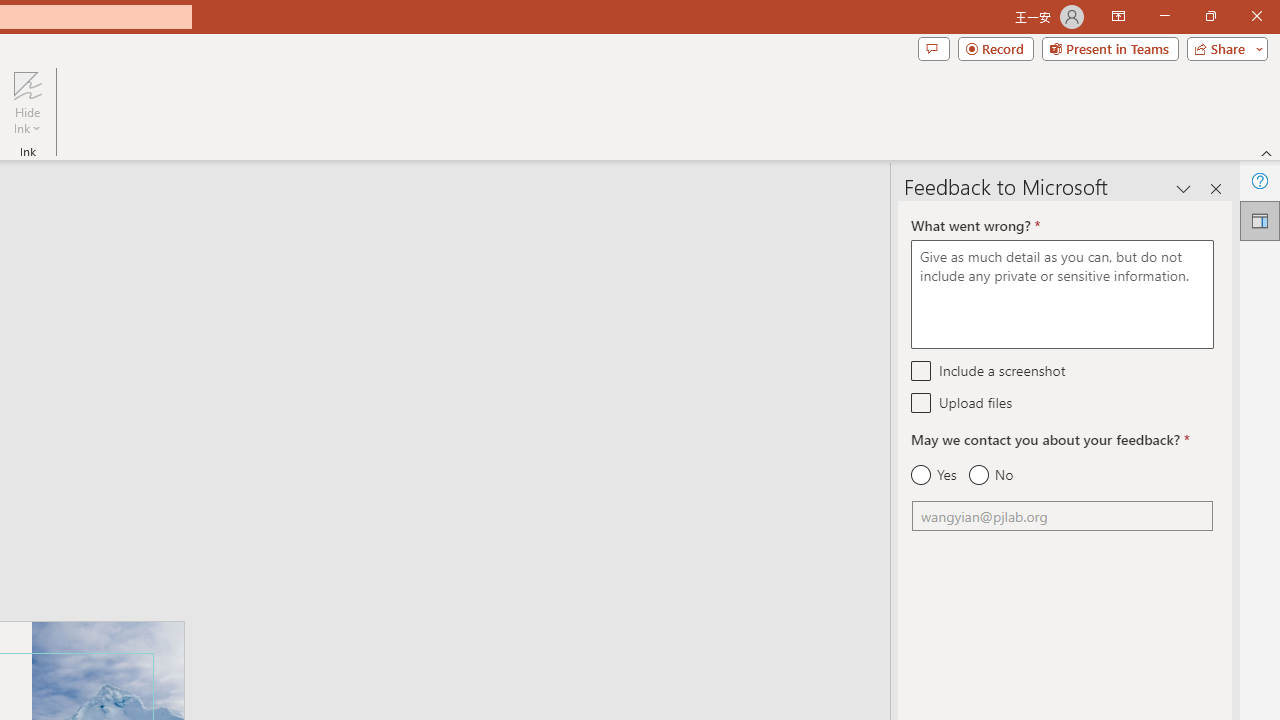  What do you see at coordinates (27, 103) in the screenshot?
I see `'Hide Ink'` at bounding box center [27, 103].